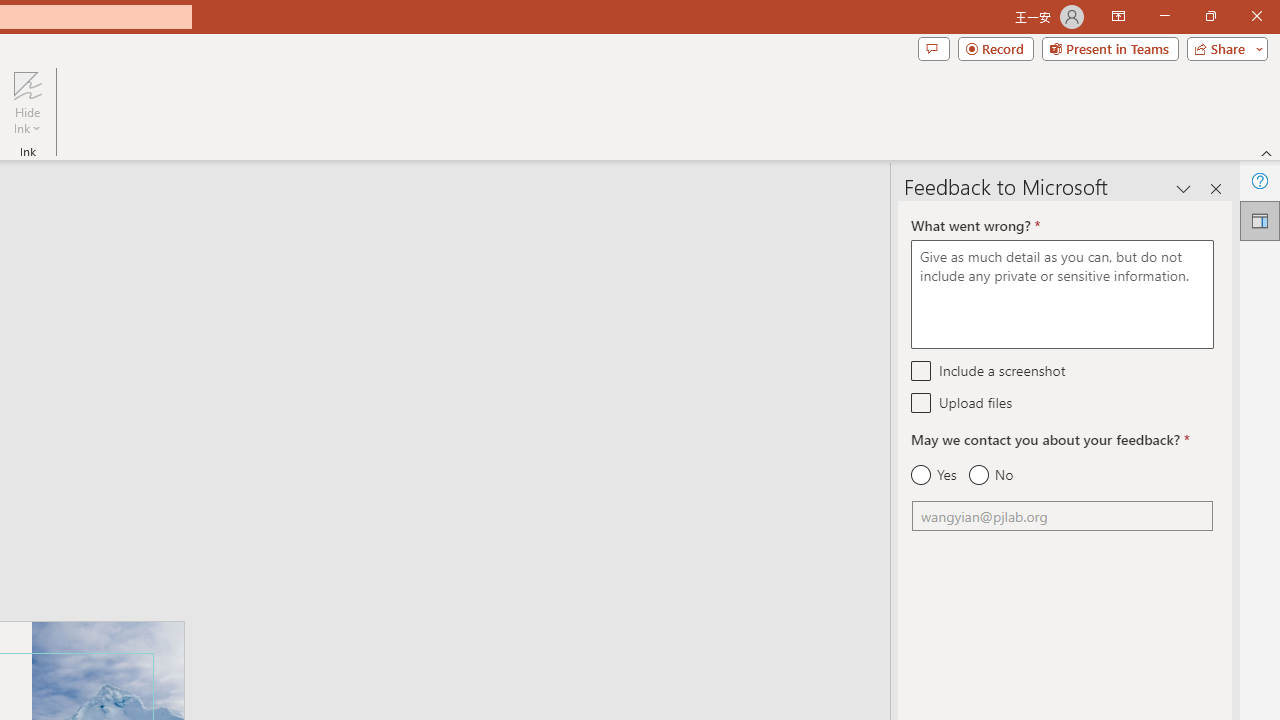  What do you see at coordinates (27, 103) in the screenshot?
I see `'Hide Ink'` at bounding box center [27, 103].